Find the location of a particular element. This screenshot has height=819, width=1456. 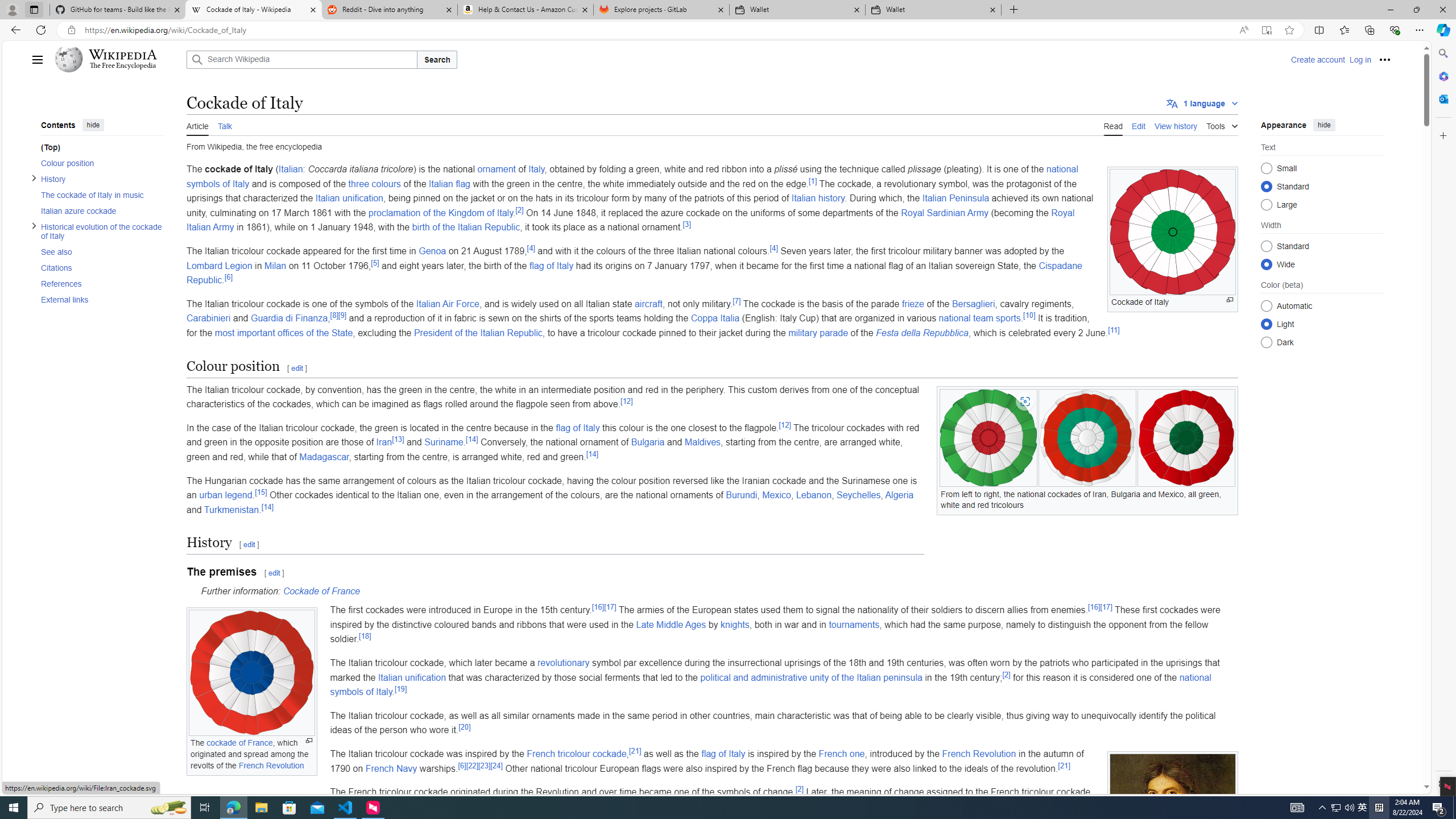

'tournaments' is located at coordinates (853, 624).